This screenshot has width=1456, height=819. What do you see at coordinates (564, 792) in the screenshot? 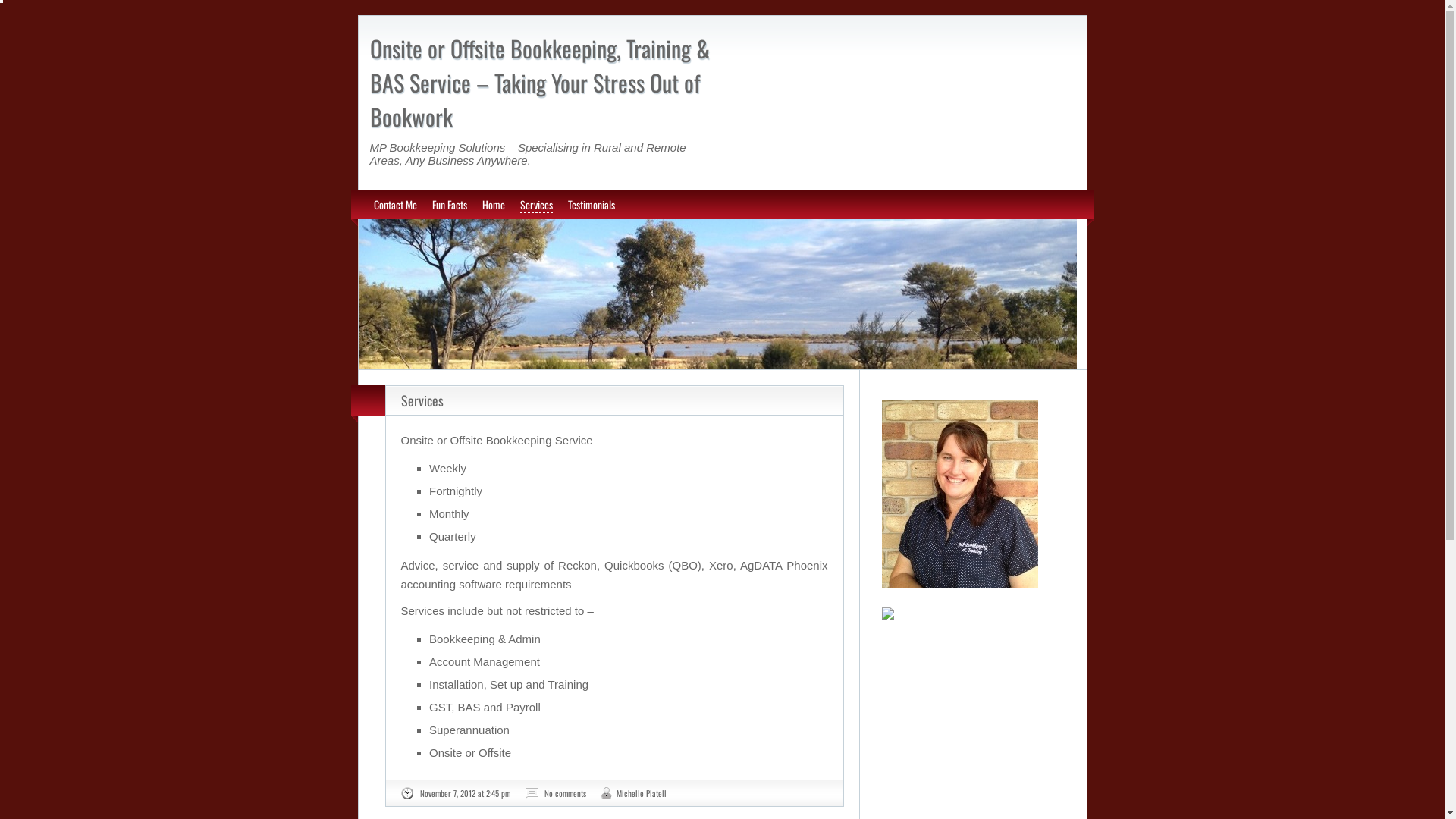
I see `'No comments'` at bounding box center [564, 792].